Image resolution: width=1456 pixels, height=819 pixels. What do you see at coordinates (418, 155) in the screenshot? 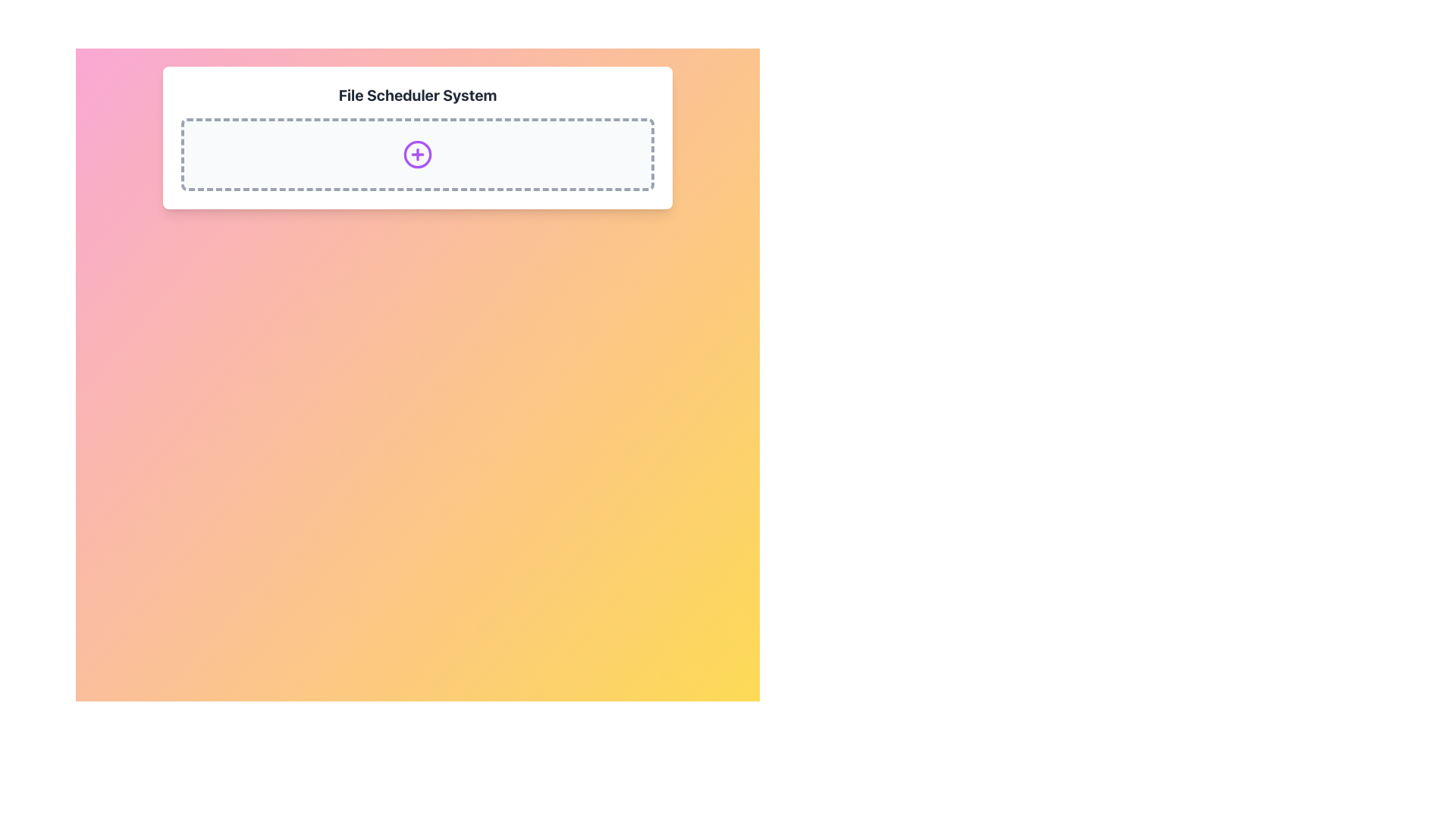
I see `the circular '+' icon button, styled in purple, located centrally within the dashed rectangular area below the title 'File Scheduler System'` at bounding box center [418, 155].